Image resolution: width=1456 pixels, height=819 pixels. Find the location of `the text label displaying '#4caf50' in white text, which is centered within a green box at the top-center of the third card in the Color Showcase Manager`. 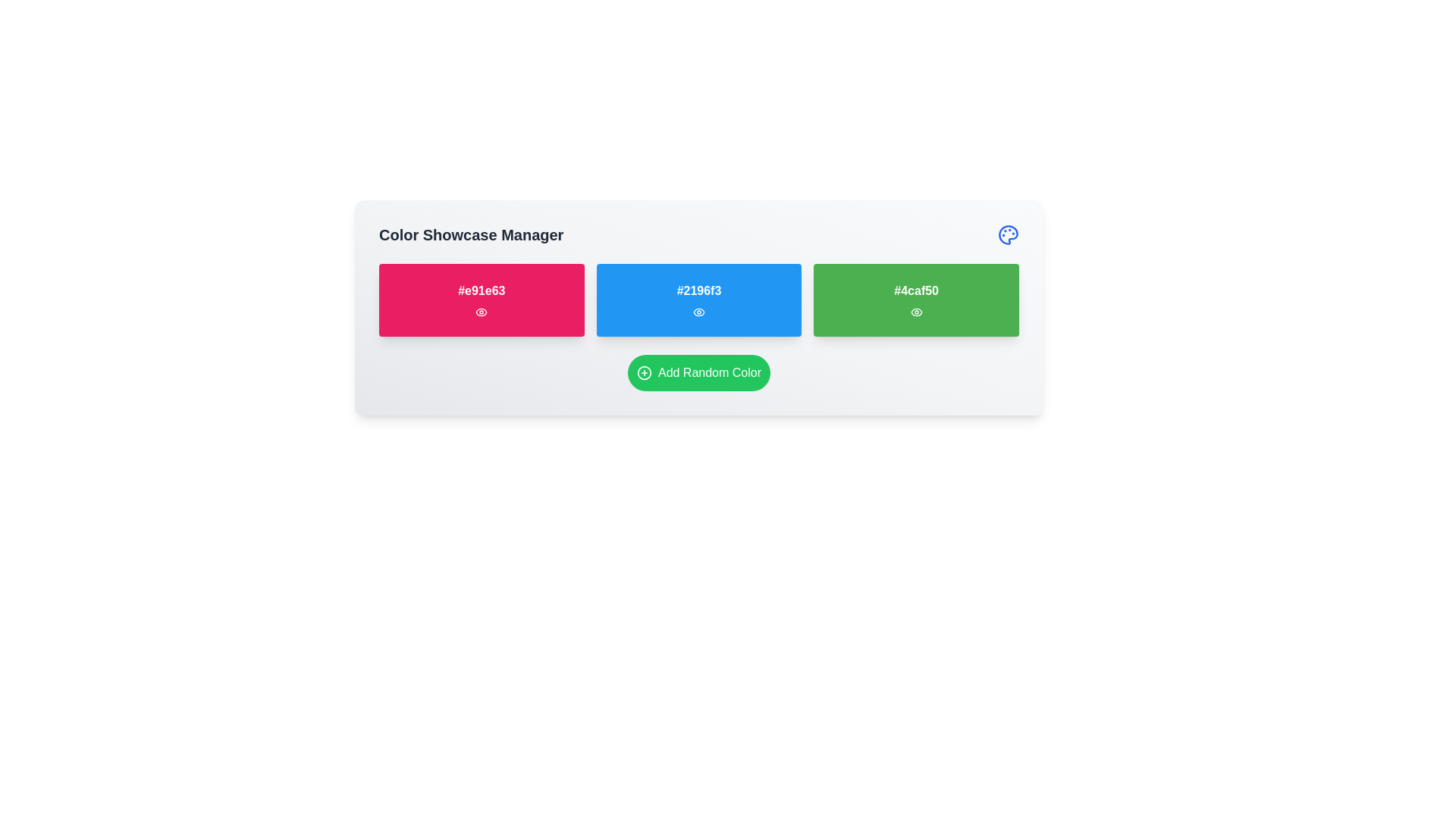

the text label displaying '#4caf50' in white text, which is centered within a green box at the top-center of the third card in the Color Showcase Manager is located at coordinates (915, 291).